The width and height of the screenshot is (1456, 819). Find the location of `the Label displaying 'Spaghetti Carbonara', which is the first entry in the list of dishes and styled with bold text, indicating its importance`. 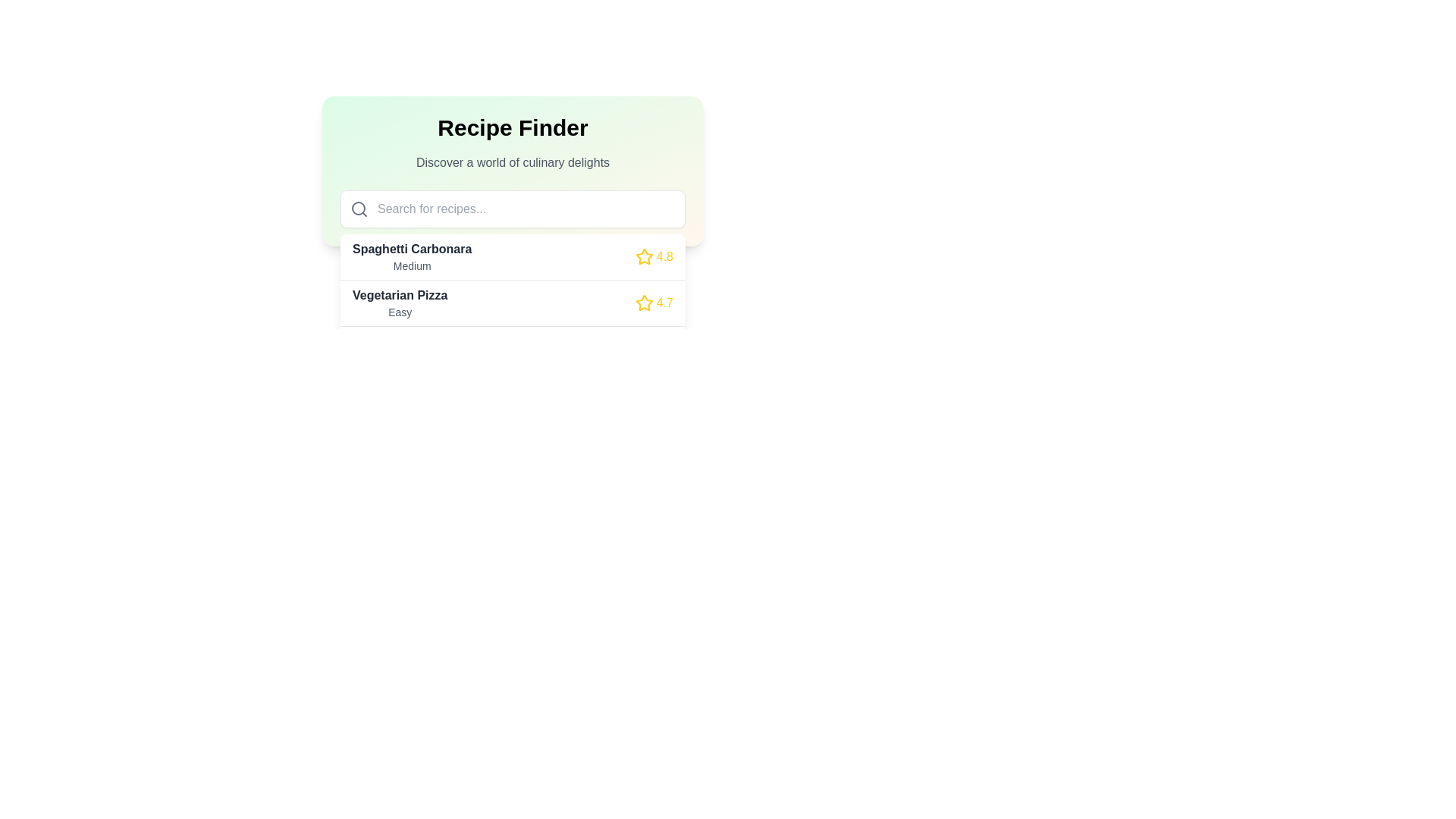

the Label displaying 'Spaghetti Carbonara', which is the first entry in the list of dishes and styled with bold text, indicating its importance is located at coordinates (412, 248).